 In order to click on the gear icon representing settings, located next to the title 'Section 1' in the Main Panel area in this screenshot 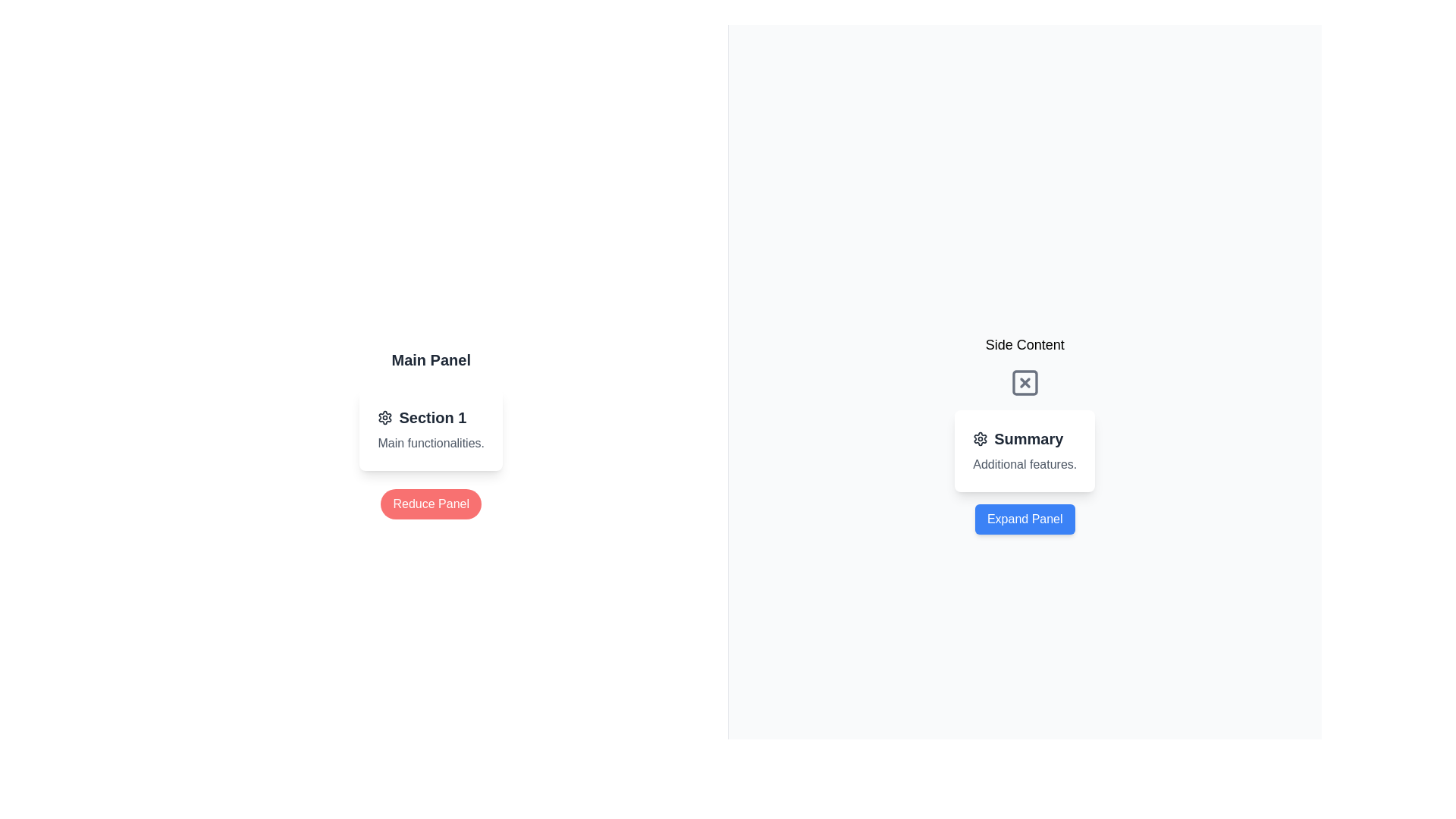, I will do `click(981, 438)`.